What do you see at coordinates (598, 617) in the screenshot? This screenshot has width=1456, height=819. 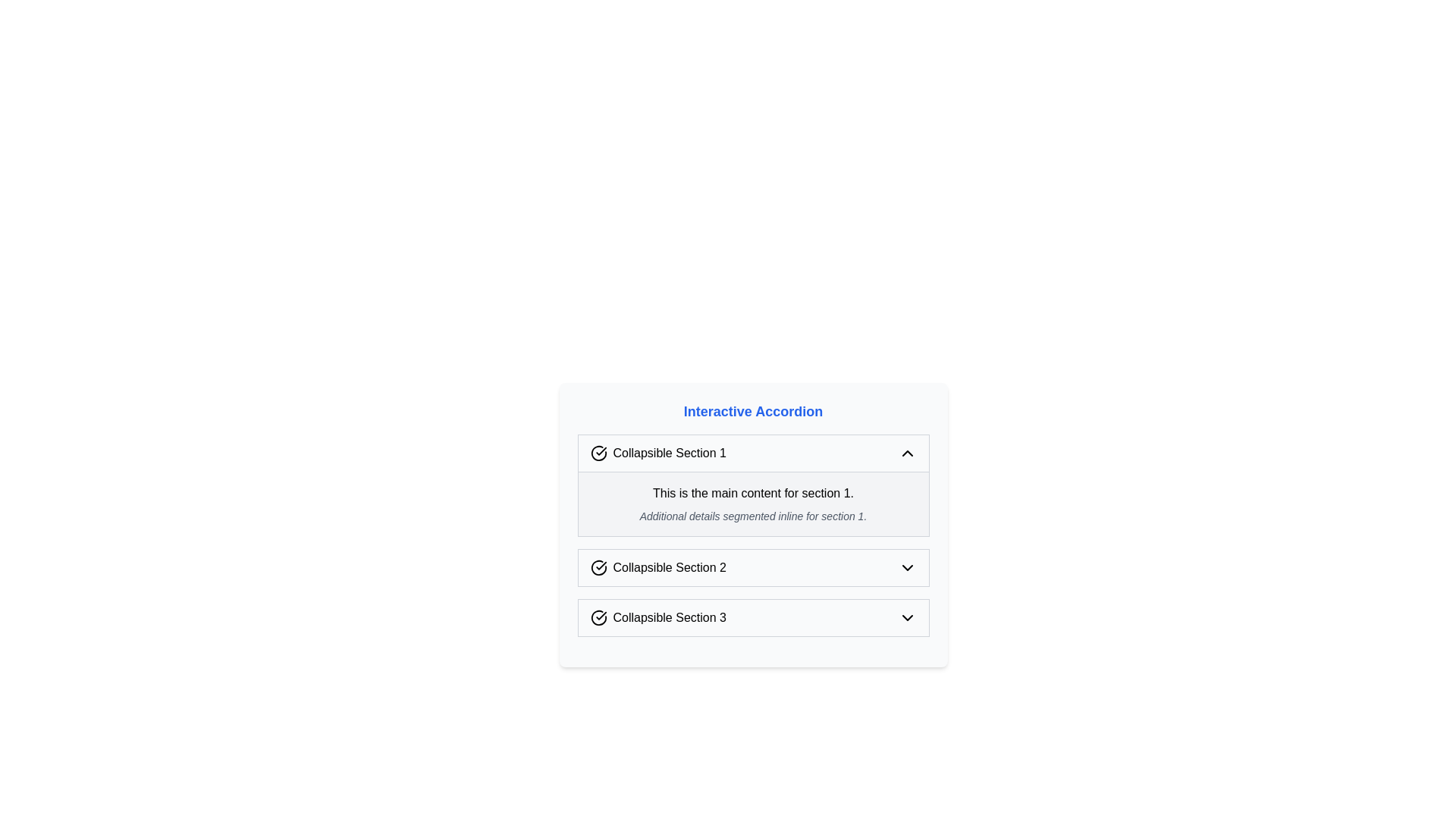 I see `the circular icon with a tick mark, located to the left of the 'Collapsible Section 3' label, which is the last section in the accordion component` at bounding box center [598, 617].